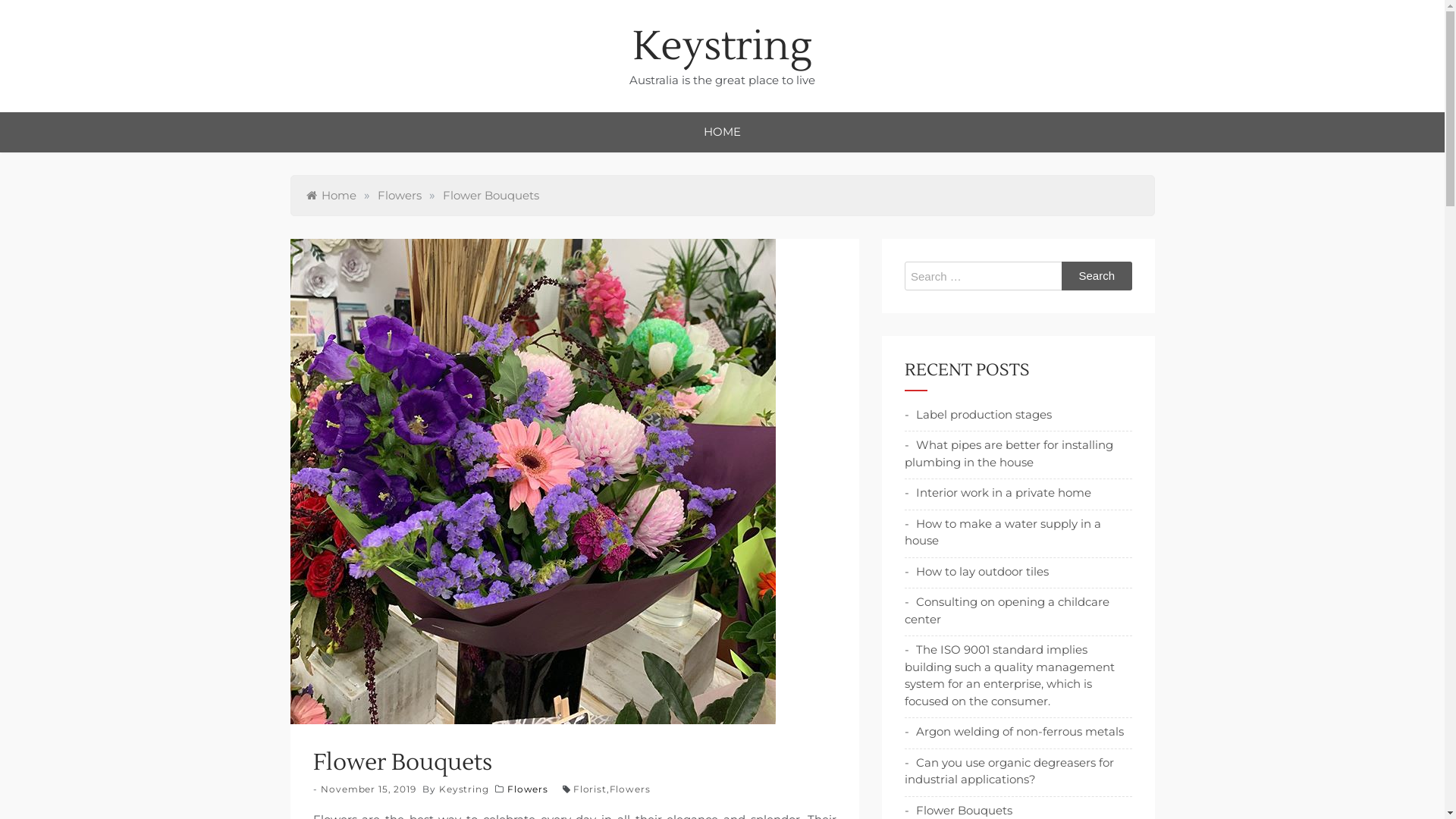 This screenshot has width=1456, height=819. What do you see at coordinates (1061, 275) in the screenshot?
I see `'Search'` at bounding box center [1061, 275].